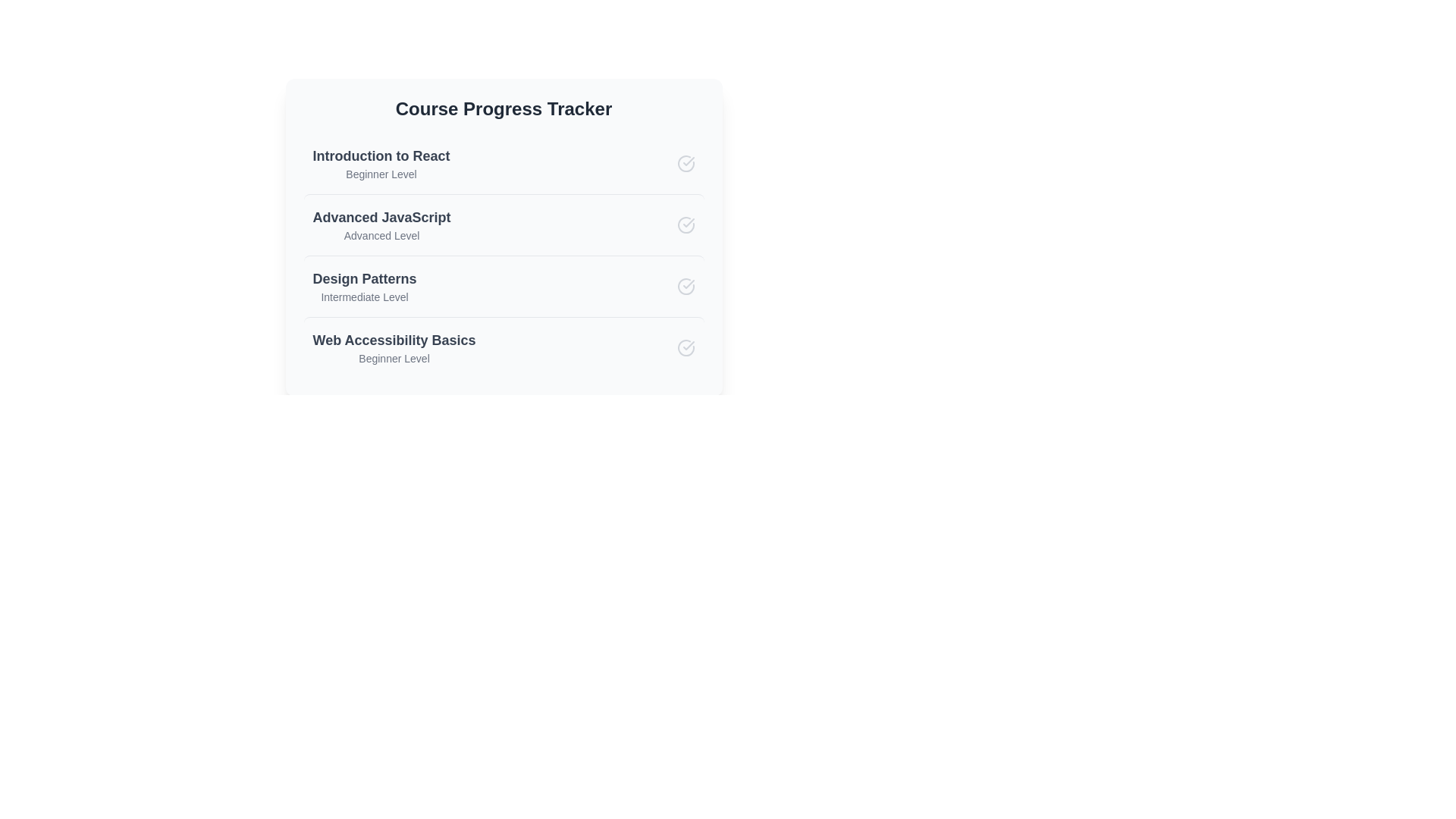 The height and width of the screenshot is (819, 1456). Describe the element at coordinates (364, 287) in the screenshot. I see `text displayed in the Text Display element that shows the title and difficulty level of the course 'Design Patterns', located between 'Advanced JavaScript' and 'Web Accessibility Basics' under the 'Course Progress Tracker'` at that location.